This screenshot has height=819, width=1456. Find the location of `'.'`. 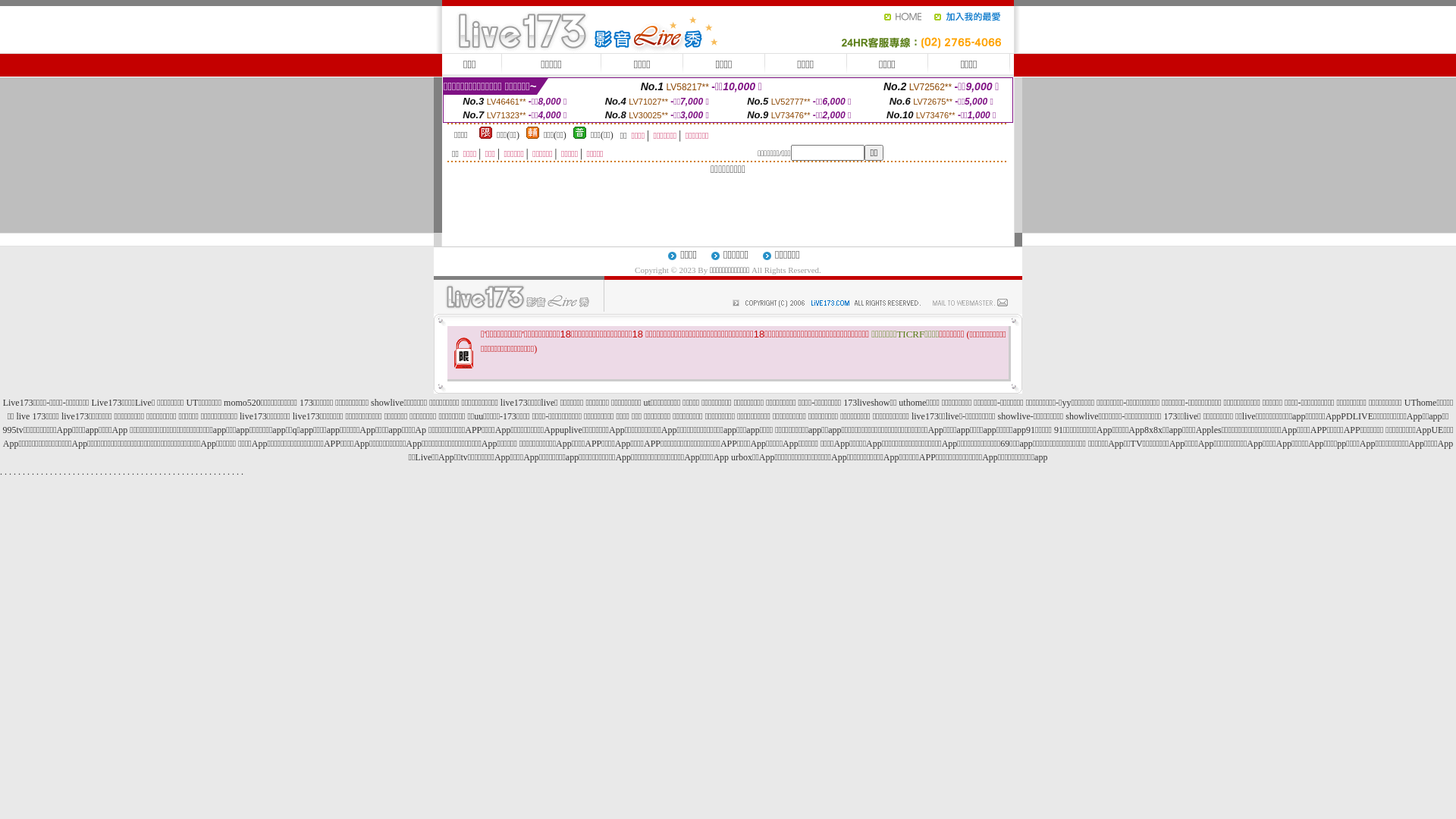

'.' is located at coordinates (227, 470).